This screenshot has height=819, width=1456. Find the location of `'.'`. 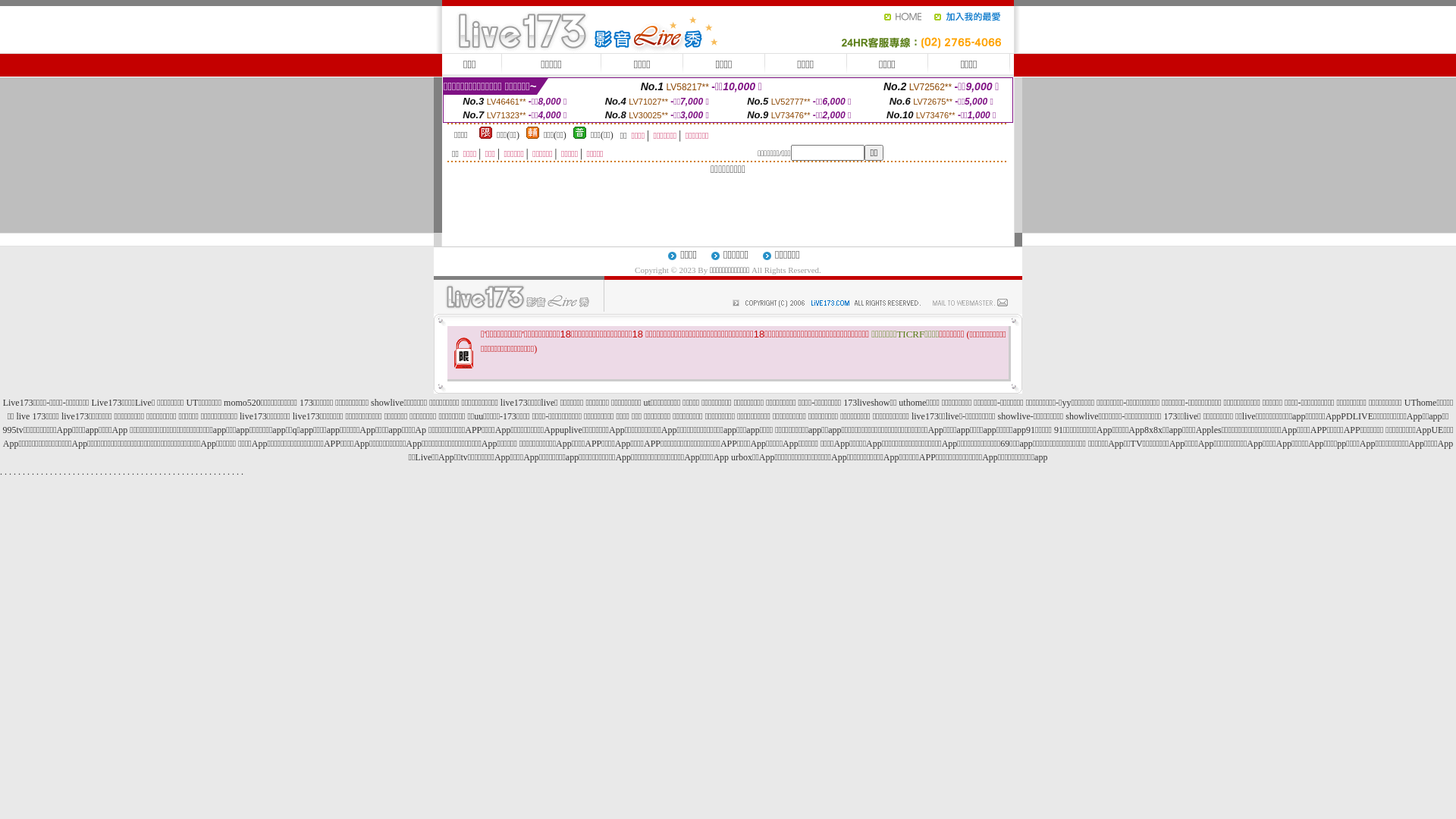

'.' is located at coordinates (227, 470).